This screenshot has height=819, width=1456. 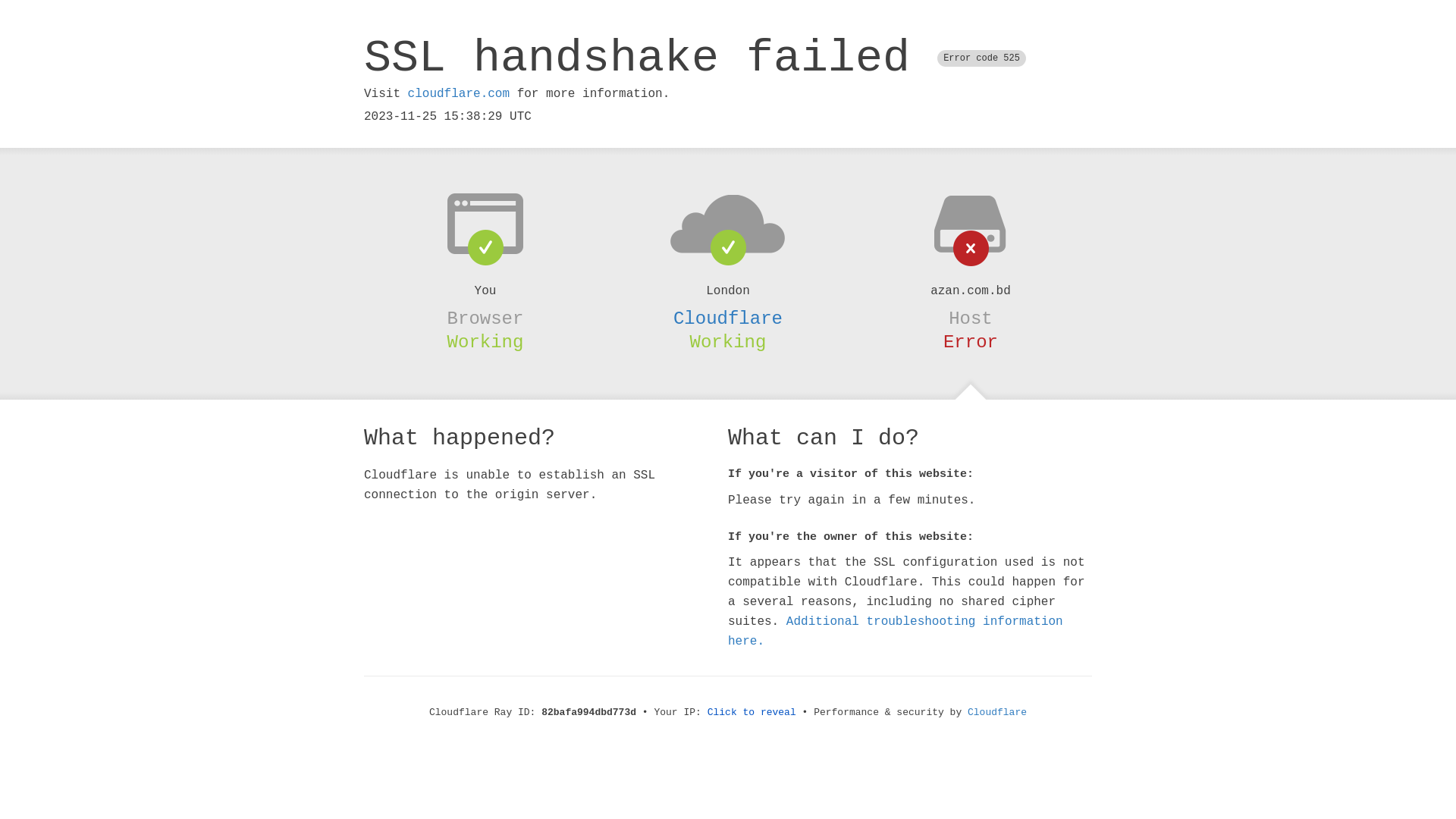 I want to click on 'cloudflare.com', so click(x=407, y=93).